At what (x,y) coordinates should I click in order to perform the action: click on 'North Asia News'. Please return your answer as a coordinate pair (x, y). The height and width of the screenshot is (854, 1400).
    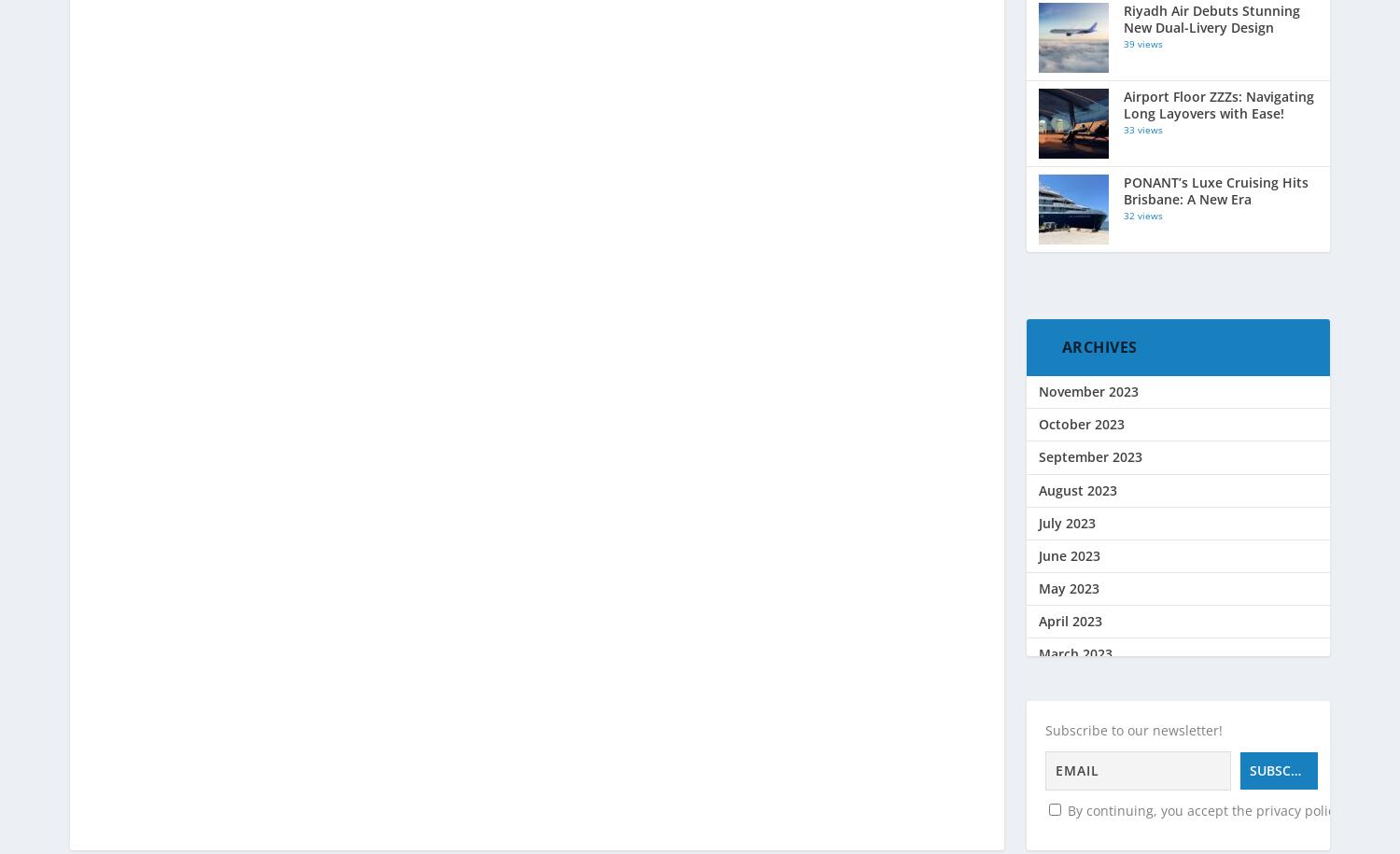
    Looking at the image, I should click on (1090, 32).